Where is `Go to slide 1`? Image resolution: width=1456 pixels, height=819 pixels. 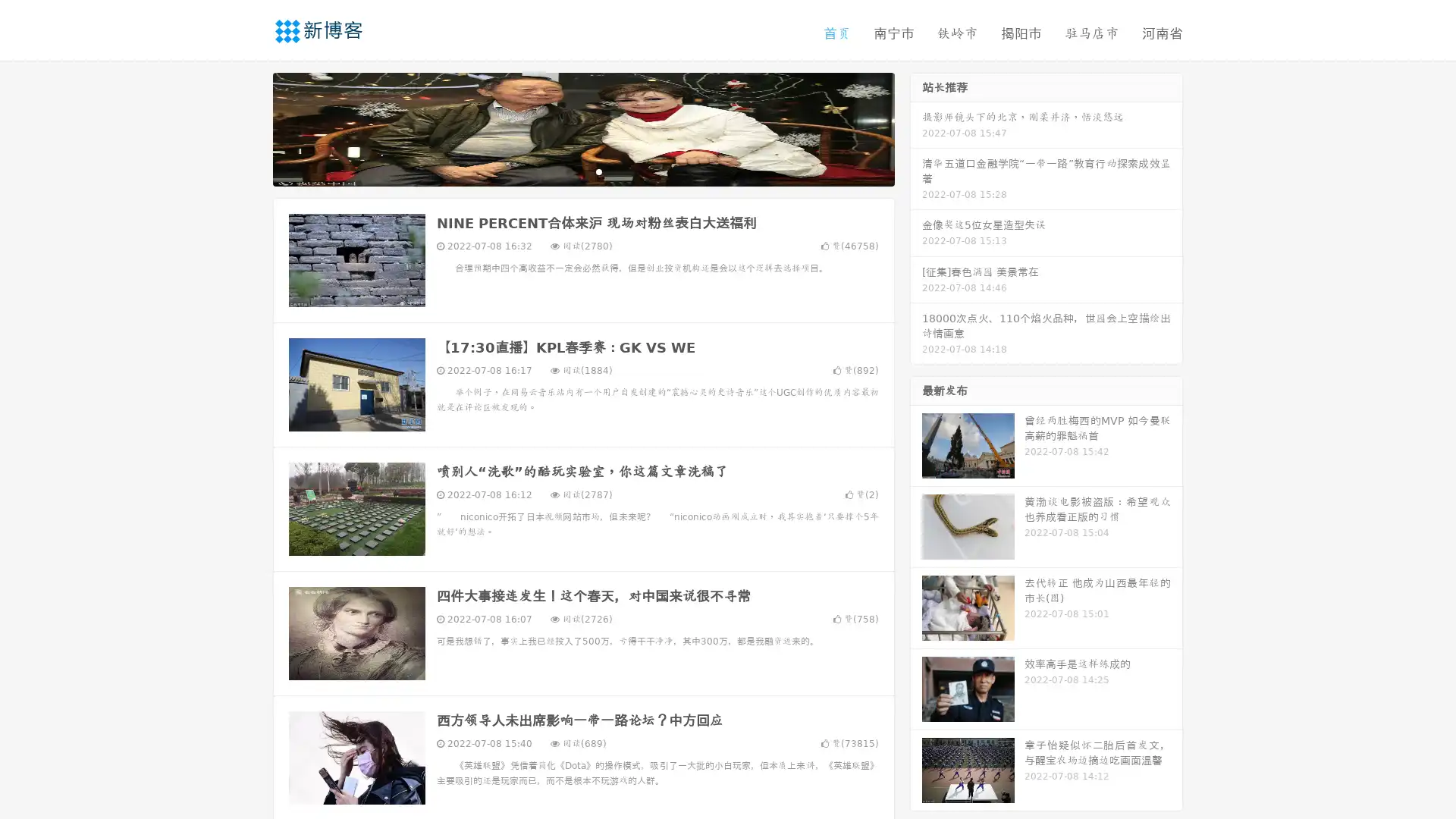
Go to slide 1 is located at coordinates (567, 171).